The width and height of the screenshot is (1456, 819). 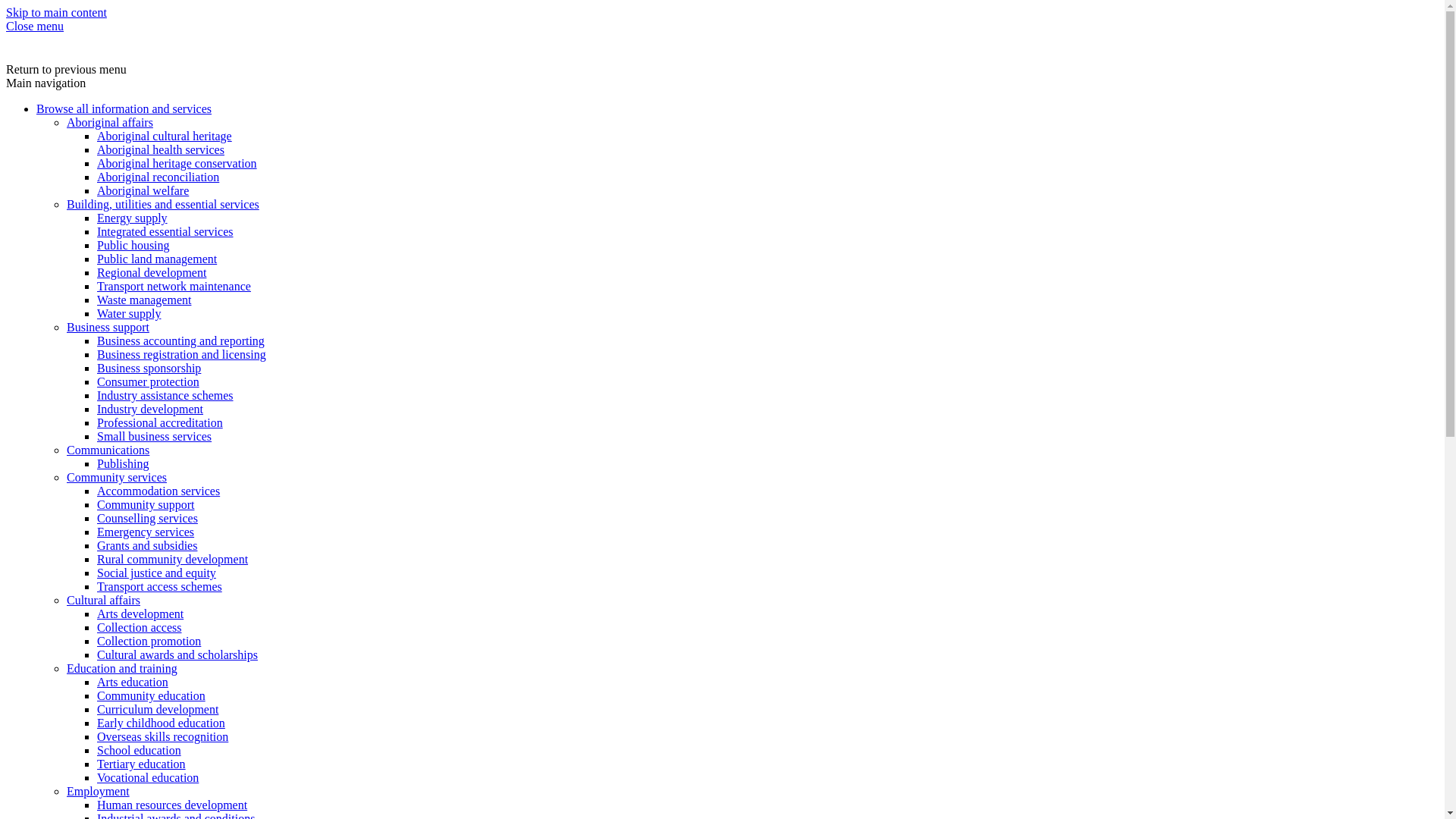 I want to click on 'Consumer protection', so click(x=96, y=381).